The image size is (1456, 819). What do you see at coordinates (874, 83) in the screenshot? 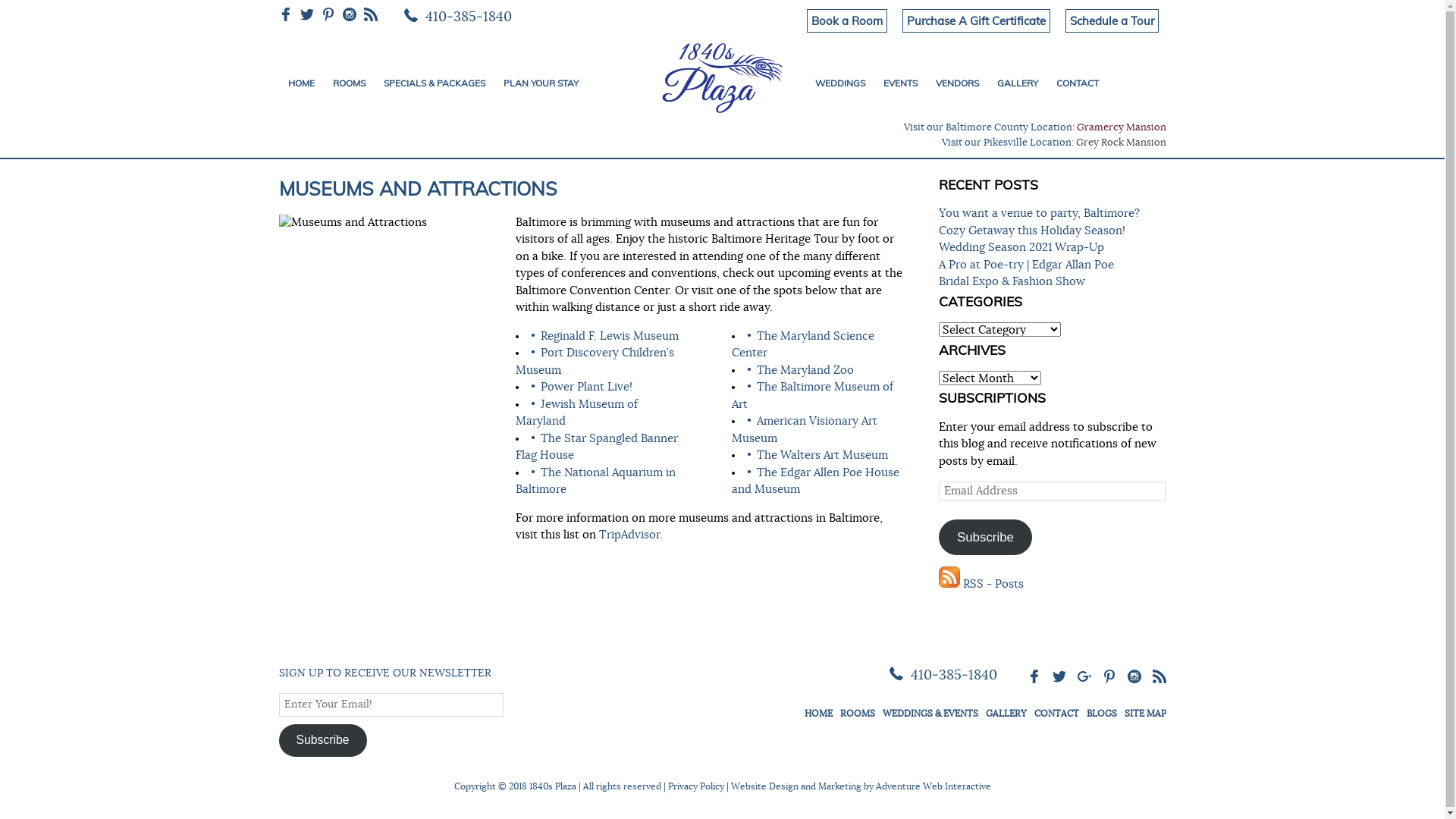
I see `'EVENTS'` at bounding box center [874, 83].